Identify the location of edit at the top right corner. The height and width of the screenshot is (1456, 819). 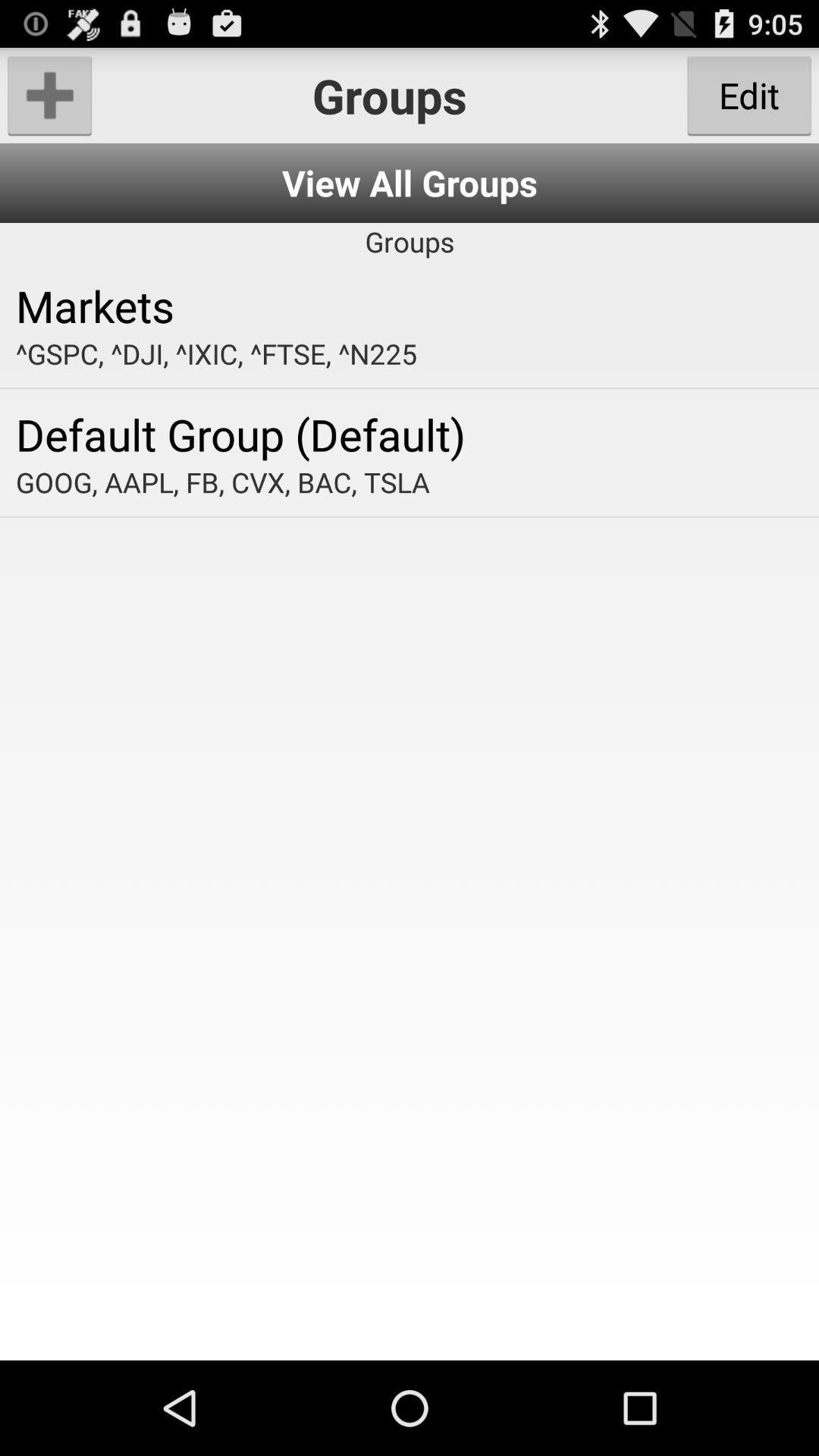
(748, 94).